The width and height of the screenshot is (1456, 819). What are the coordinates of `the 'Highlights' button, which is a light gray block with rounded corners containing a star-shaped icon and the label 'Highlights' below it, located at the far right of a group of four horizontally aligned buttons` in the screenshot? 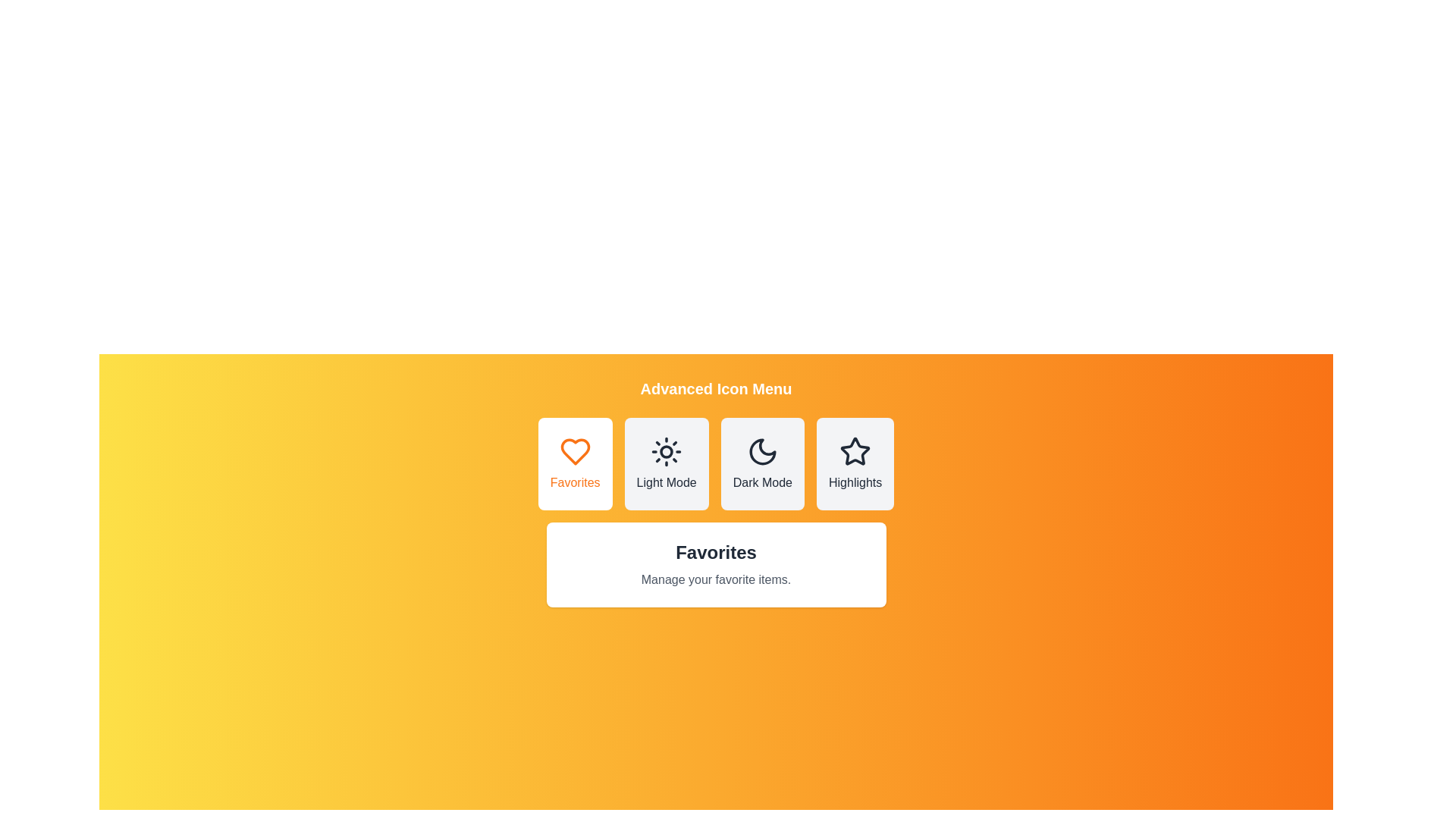 It's located at (855, 463).